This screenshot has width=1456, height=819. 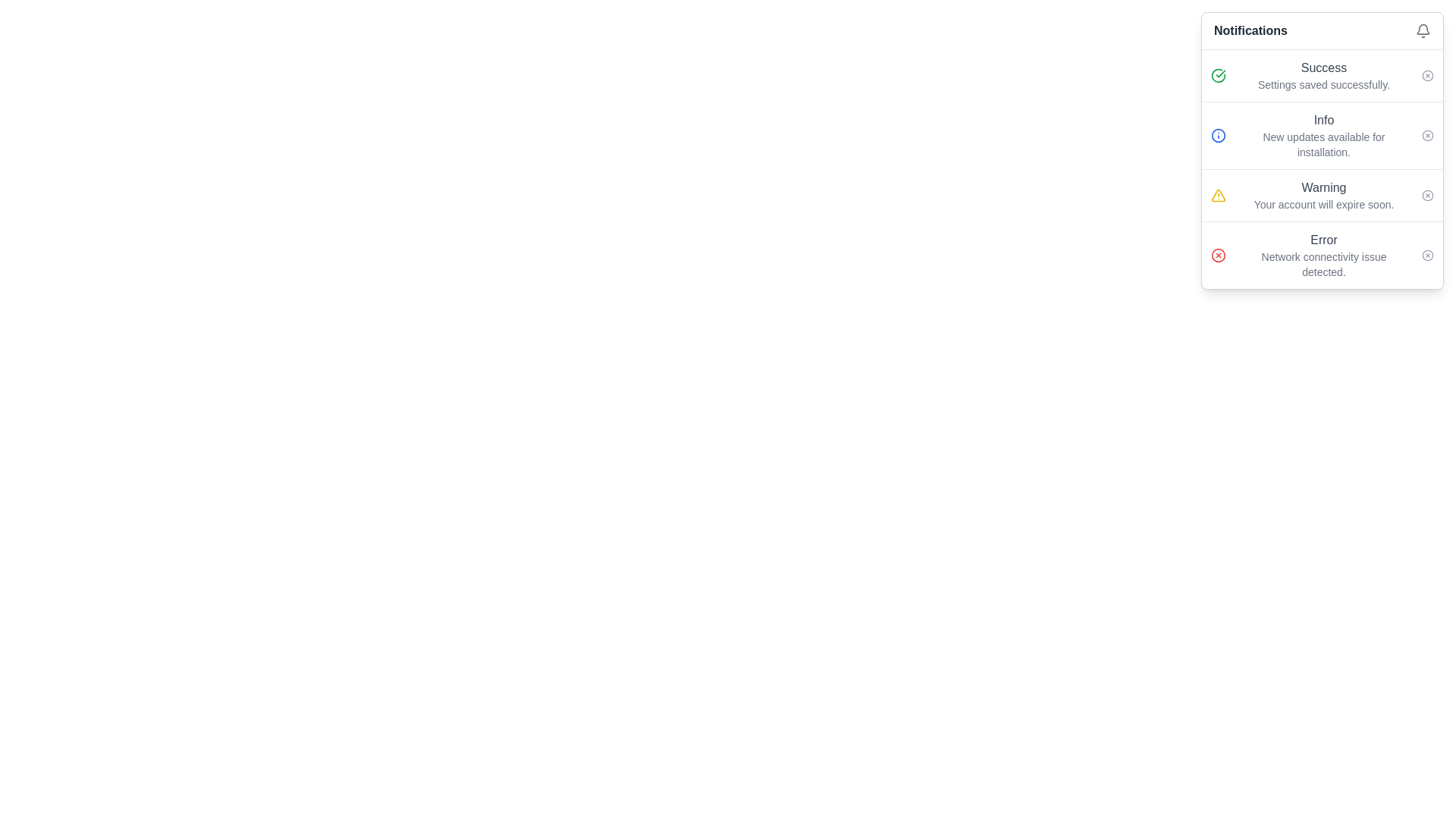 What do you see at coordinates (1219, 254) in the screenshot?
I see `the red circular icon with a cross symbol, which is the leading icon of the fourth notification entry indicating a network connectivity issue` at bounding box center [1219, 254].